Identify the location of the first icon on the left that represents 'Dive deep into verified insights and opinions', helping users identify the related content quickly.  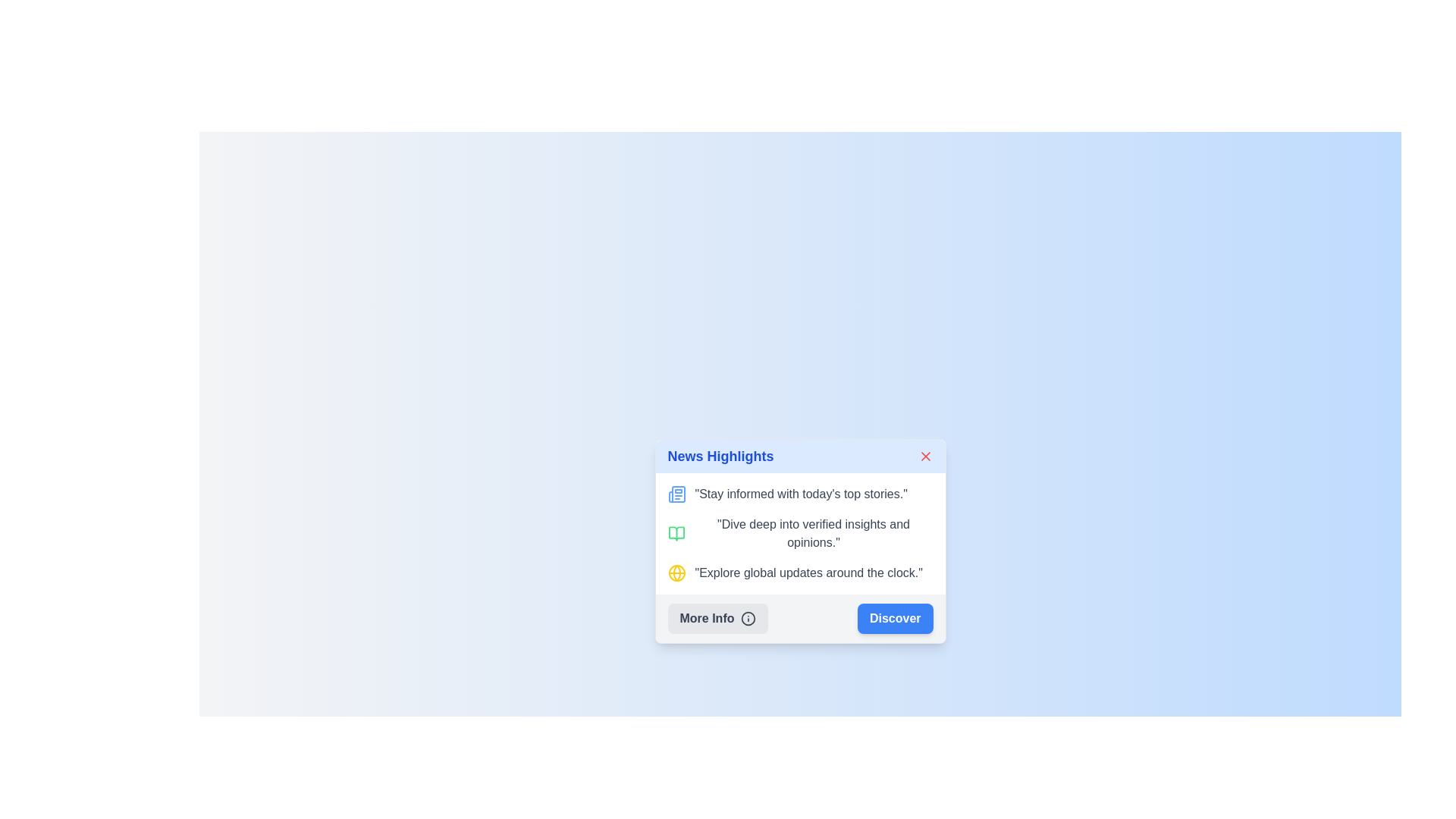
(676, 533).